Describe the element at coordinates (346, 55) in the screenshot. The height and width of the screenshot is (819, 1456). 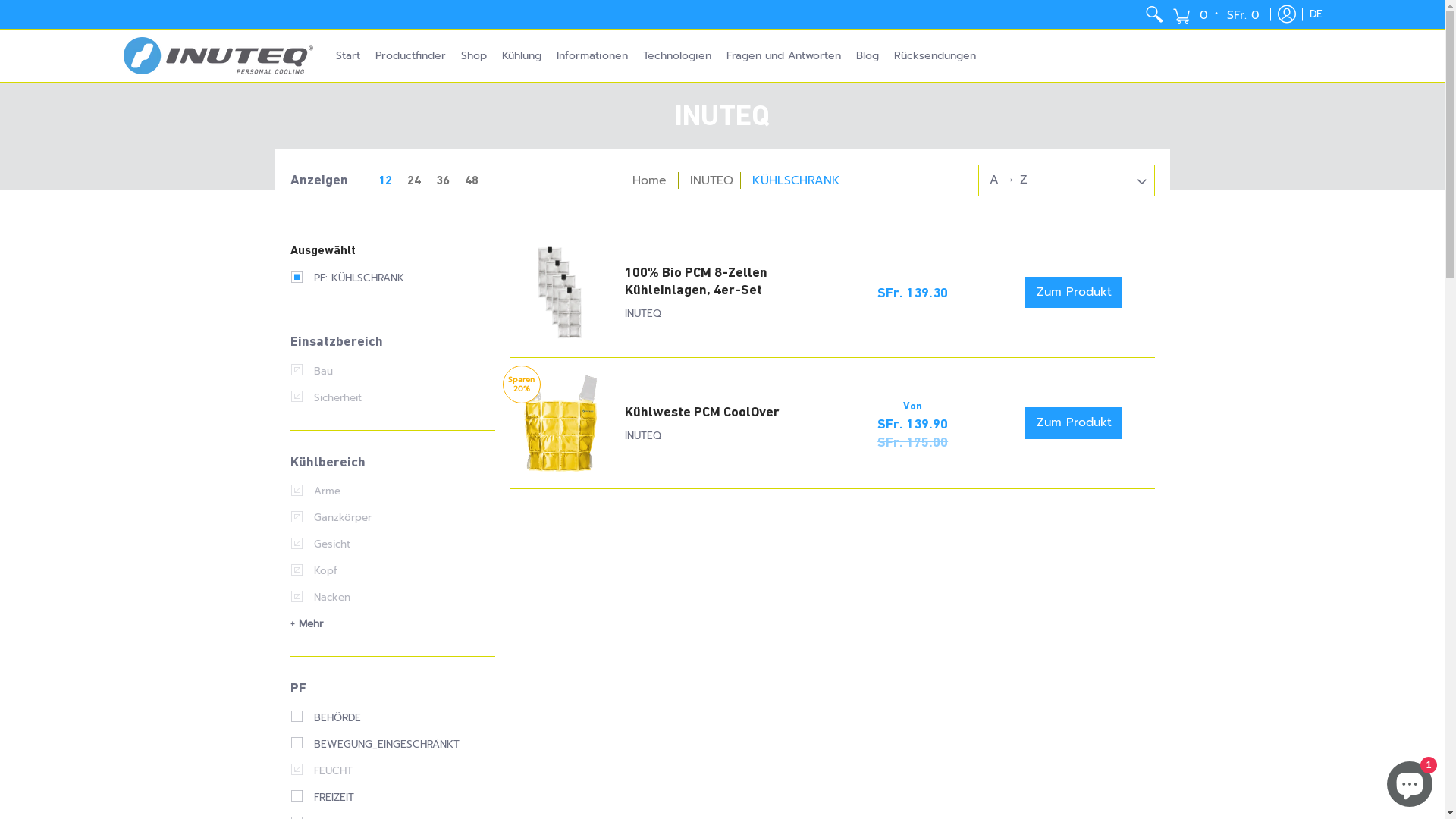
I see `'Start'` at that location.